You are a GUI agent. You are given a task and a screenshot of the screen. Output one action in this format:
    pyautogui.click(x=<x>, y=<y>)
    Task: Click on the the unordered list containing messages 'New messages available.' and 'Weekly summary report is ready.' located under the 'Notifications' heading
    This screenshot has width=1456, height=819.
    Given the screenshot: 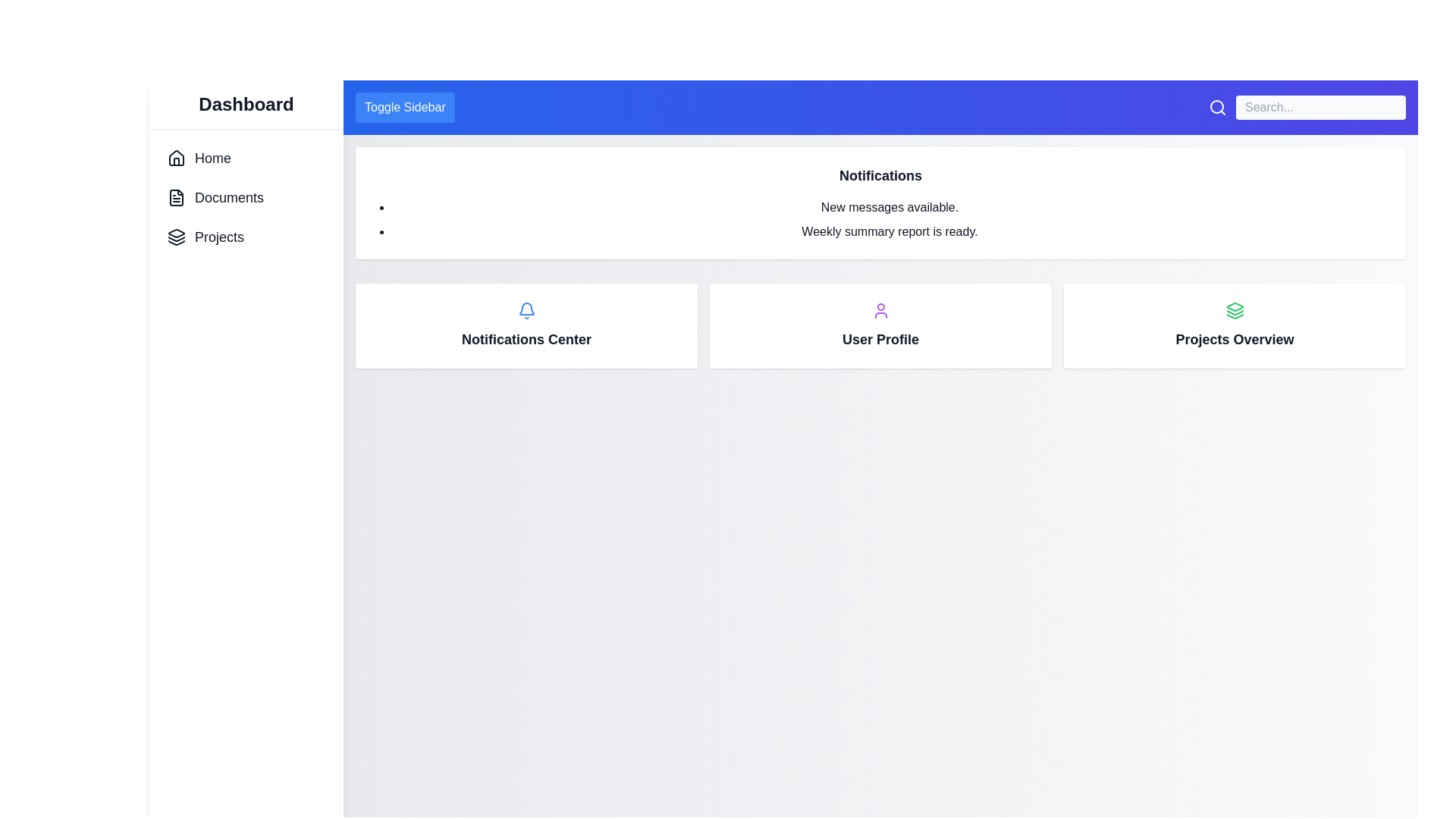 What is the action you would take?
    pyautogui.click(x=880, y=219)
    